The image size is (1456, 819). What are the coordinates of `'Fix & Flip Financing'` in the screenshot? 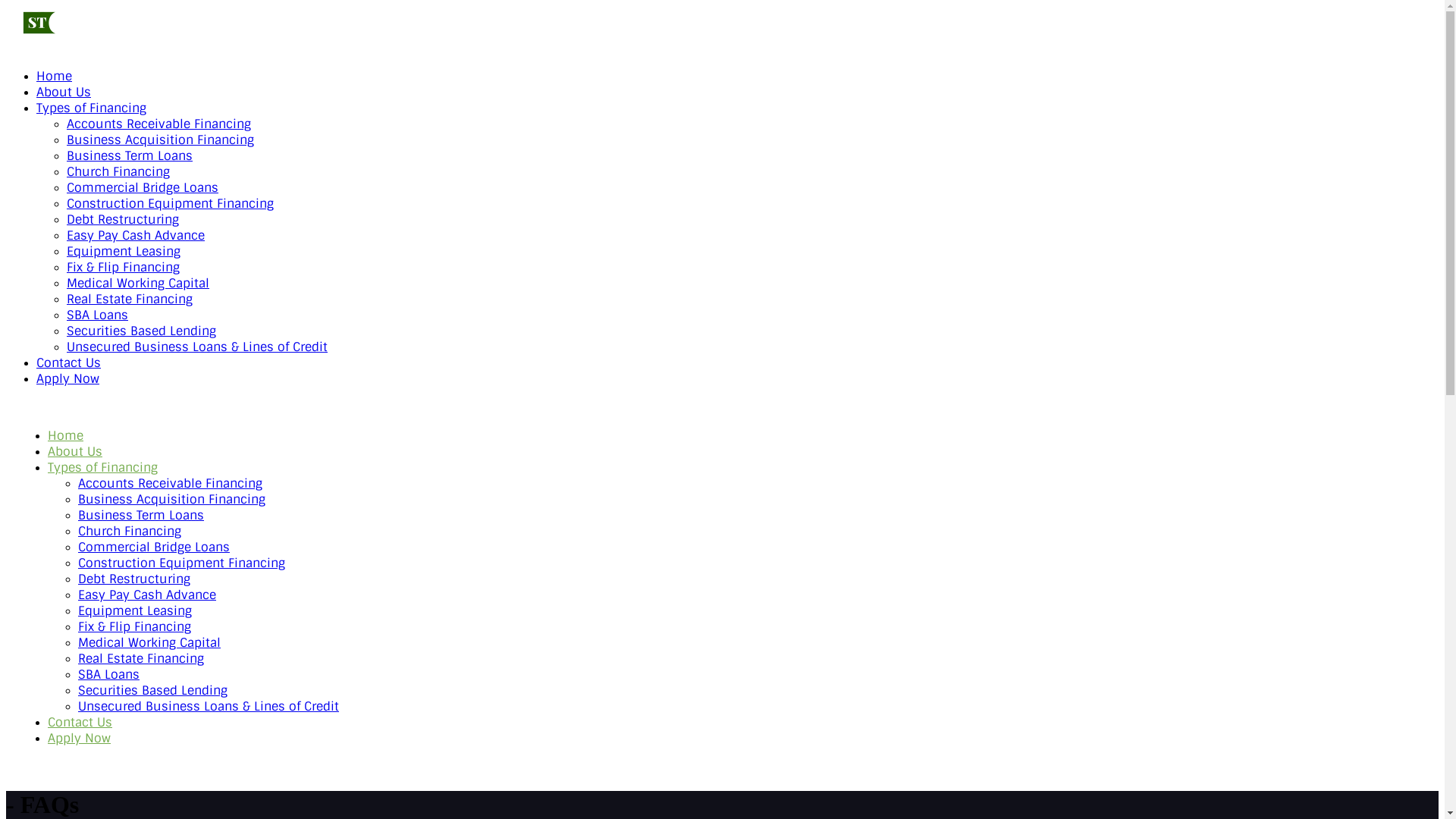 It's located at (134, 626).